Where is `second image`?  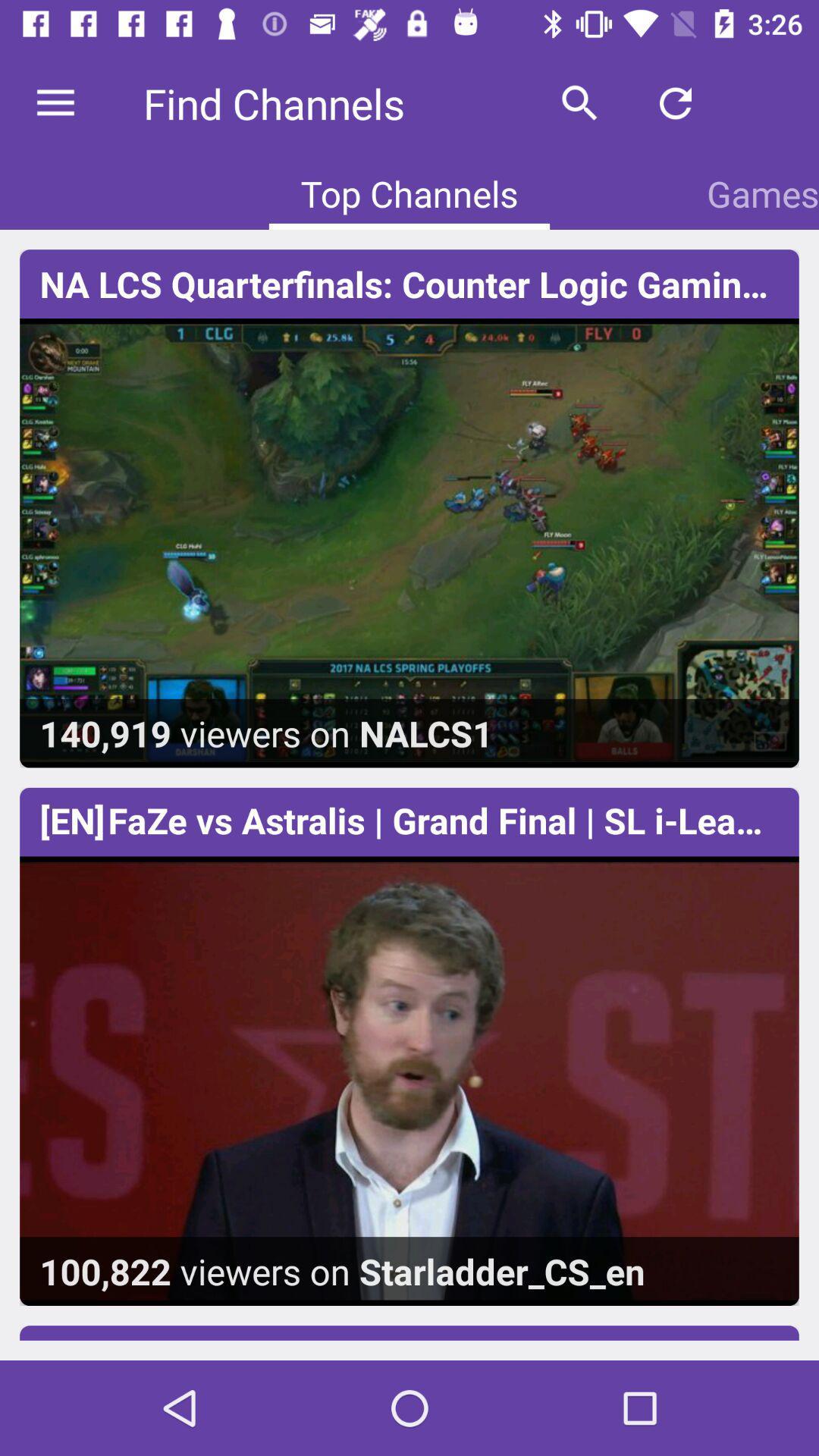
second image is located at coordinates (409, 1046).